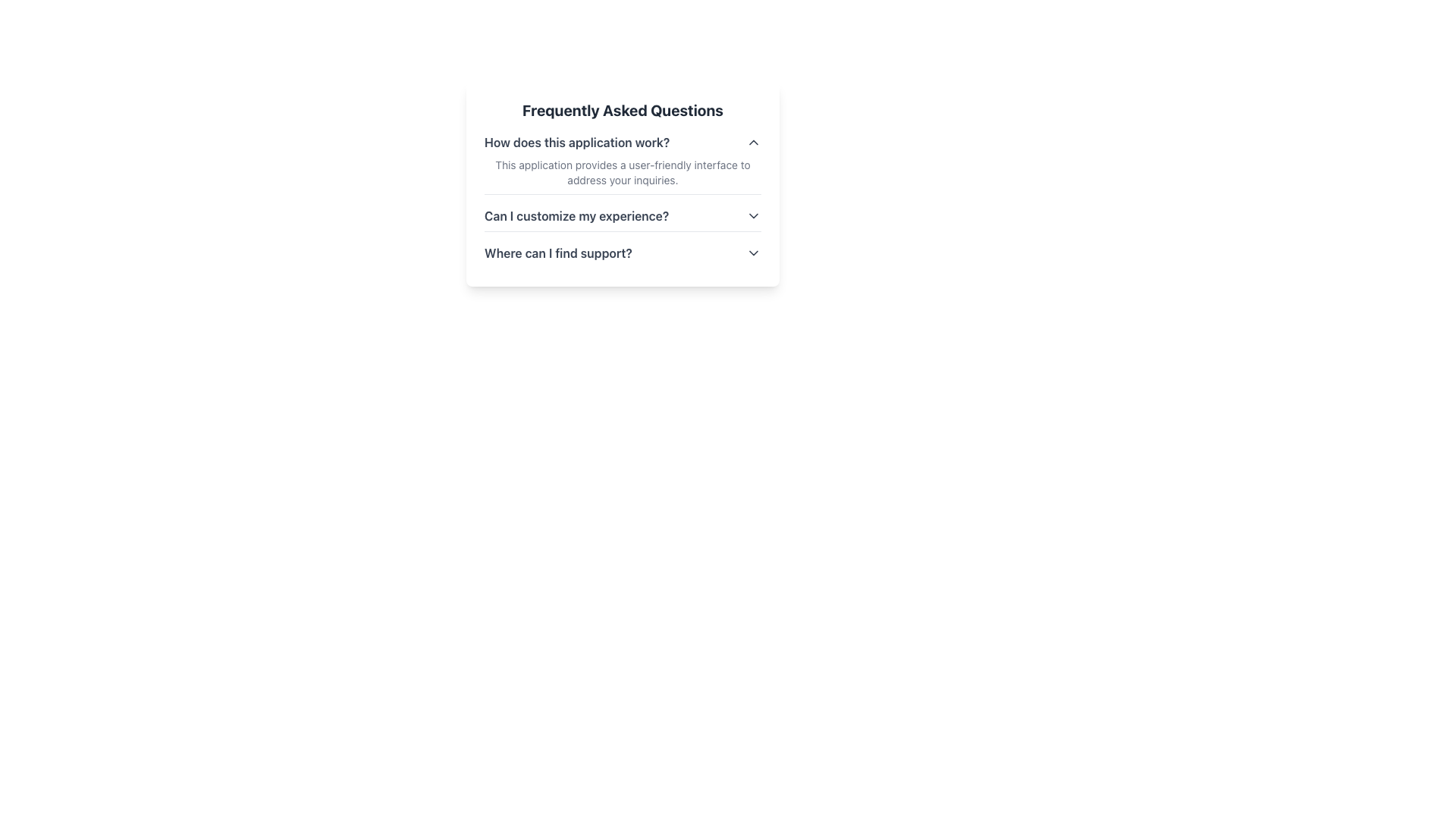  Describe the element at coordinates (623, 164) in the screenshot. I see `the answer text of the first Collapsible question and answer item in the Frequently Asked Questions section, which answers the question 'How does this application work?'` at that location.